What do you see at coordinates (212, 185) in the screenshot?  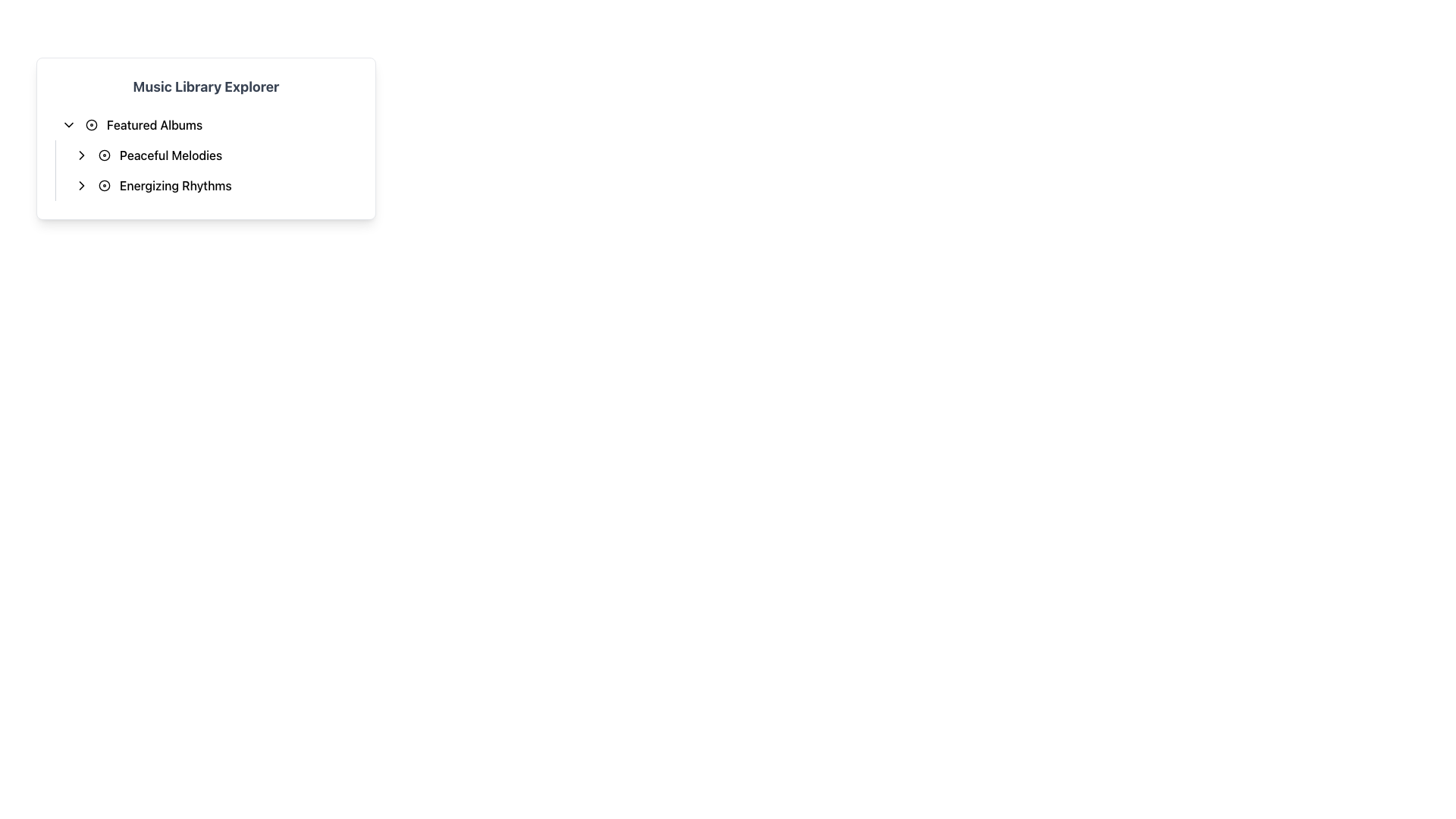 I see `the second list item under 'Peaceful Melodies'` at bounding box center [212, 185].